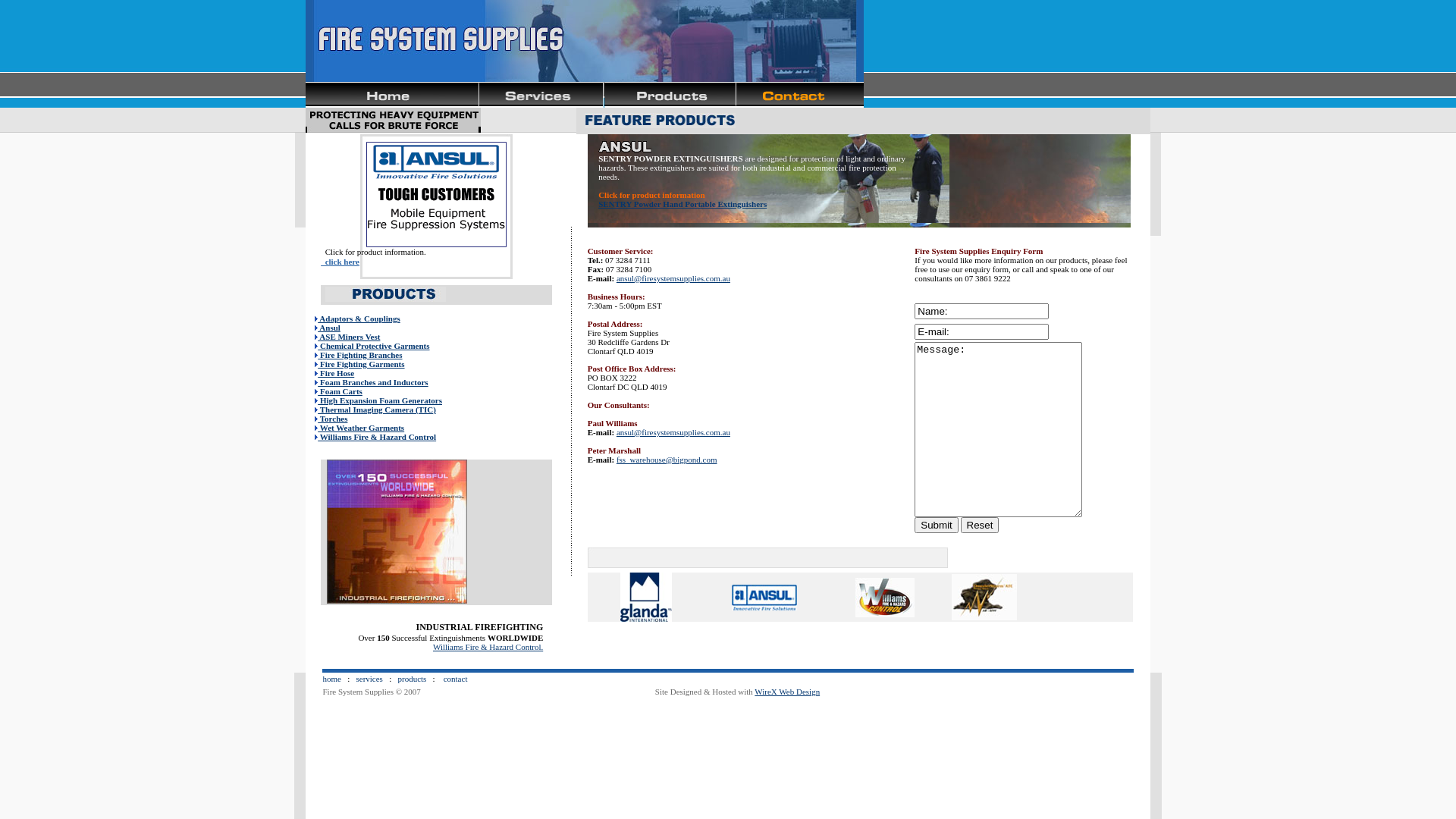 This screenshot has height=819, width=1456. What do you see at coordinates (356, 331) in the screenshot?
I see `' Ansul'` at bounding box center [356, 331].